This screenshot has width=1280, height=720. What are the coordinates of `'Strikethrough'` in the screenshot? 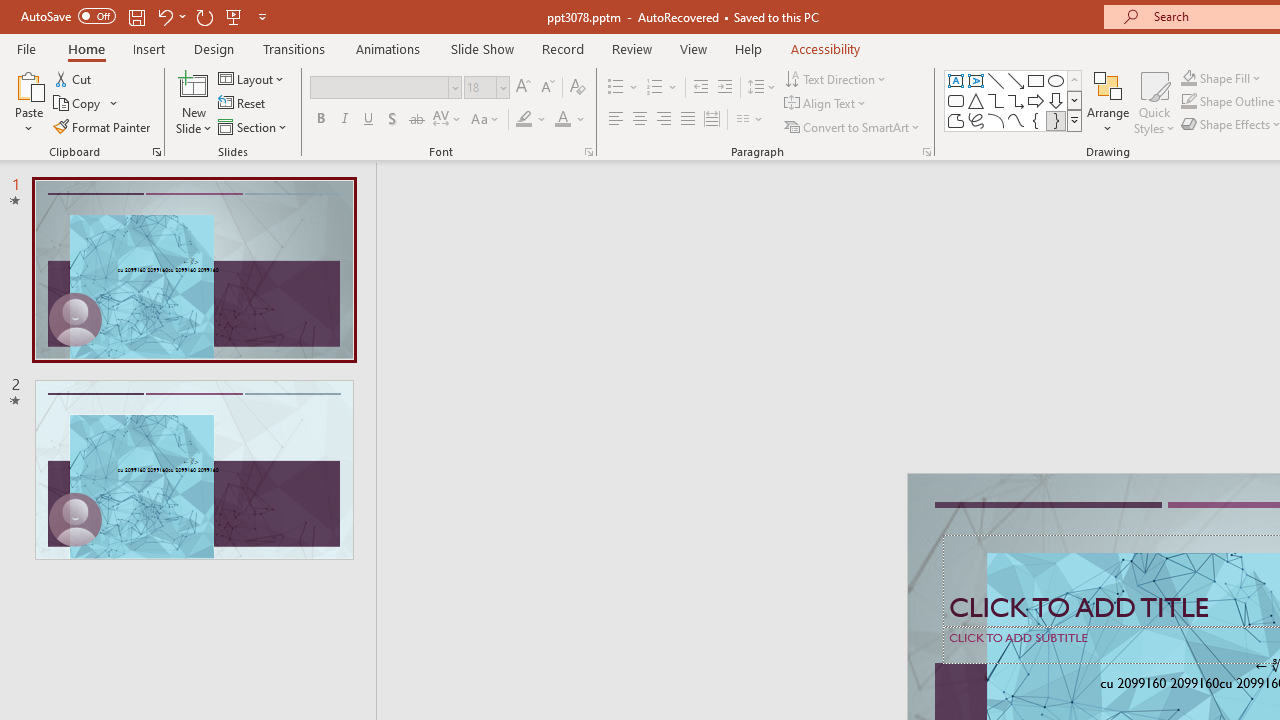 It's located at (415, 119).